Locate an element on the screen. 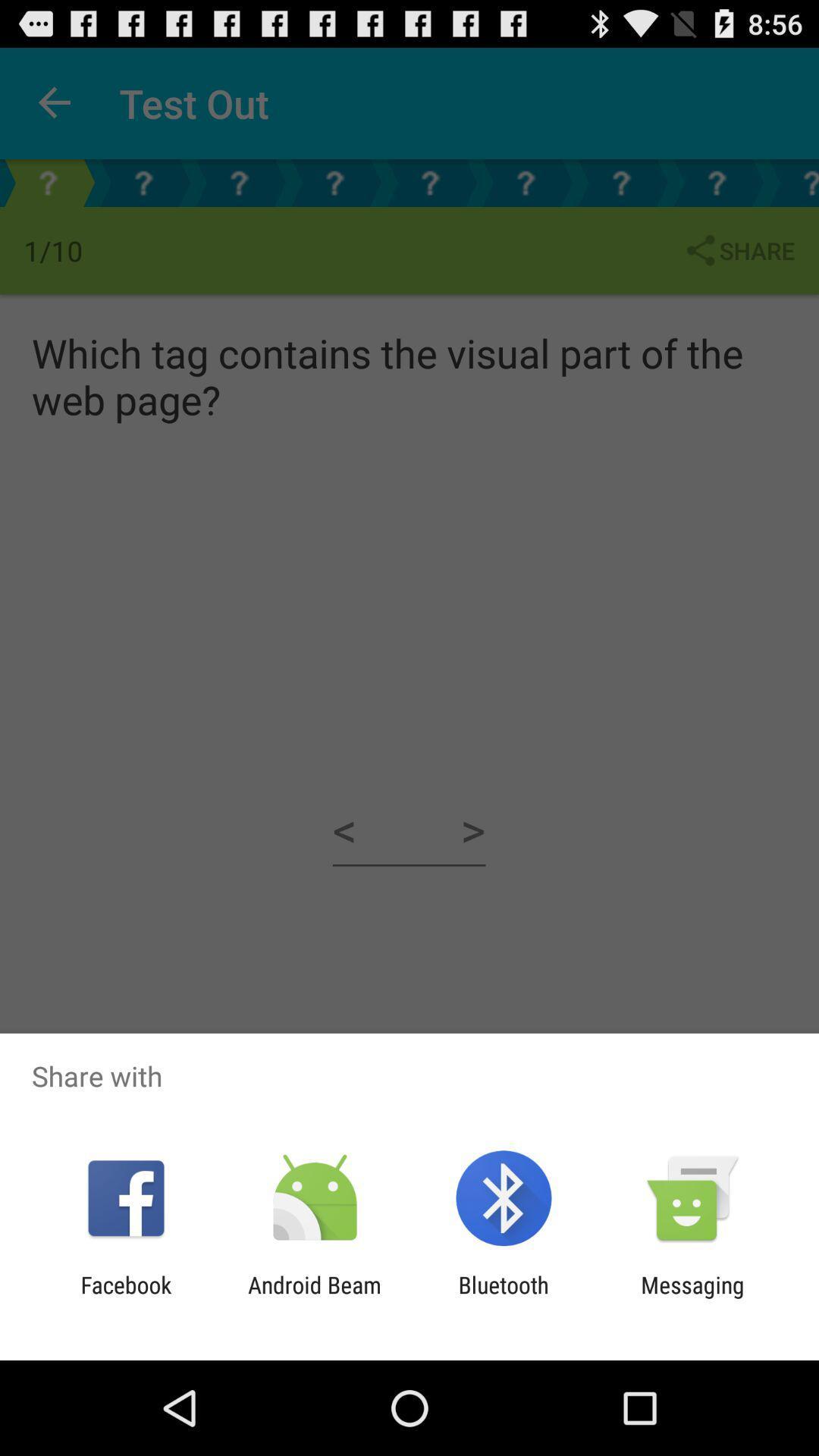 This screenshot has height=1456, width=819. icon next to facebook app is located at coordinates (314, 1298).